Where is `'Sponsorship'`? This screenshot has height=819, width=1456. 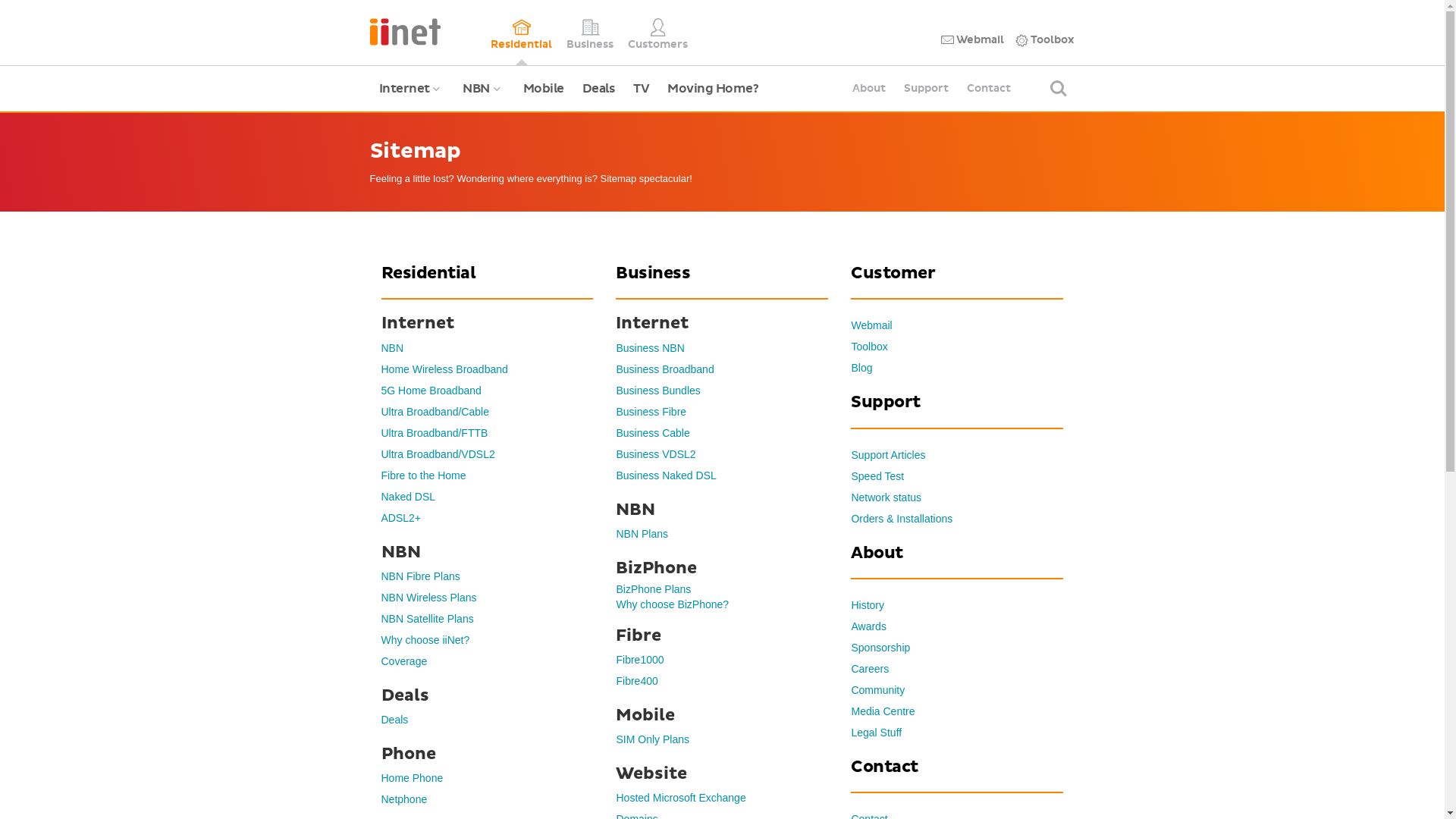
'Sponsorship' is located at coordinates (880, 647).